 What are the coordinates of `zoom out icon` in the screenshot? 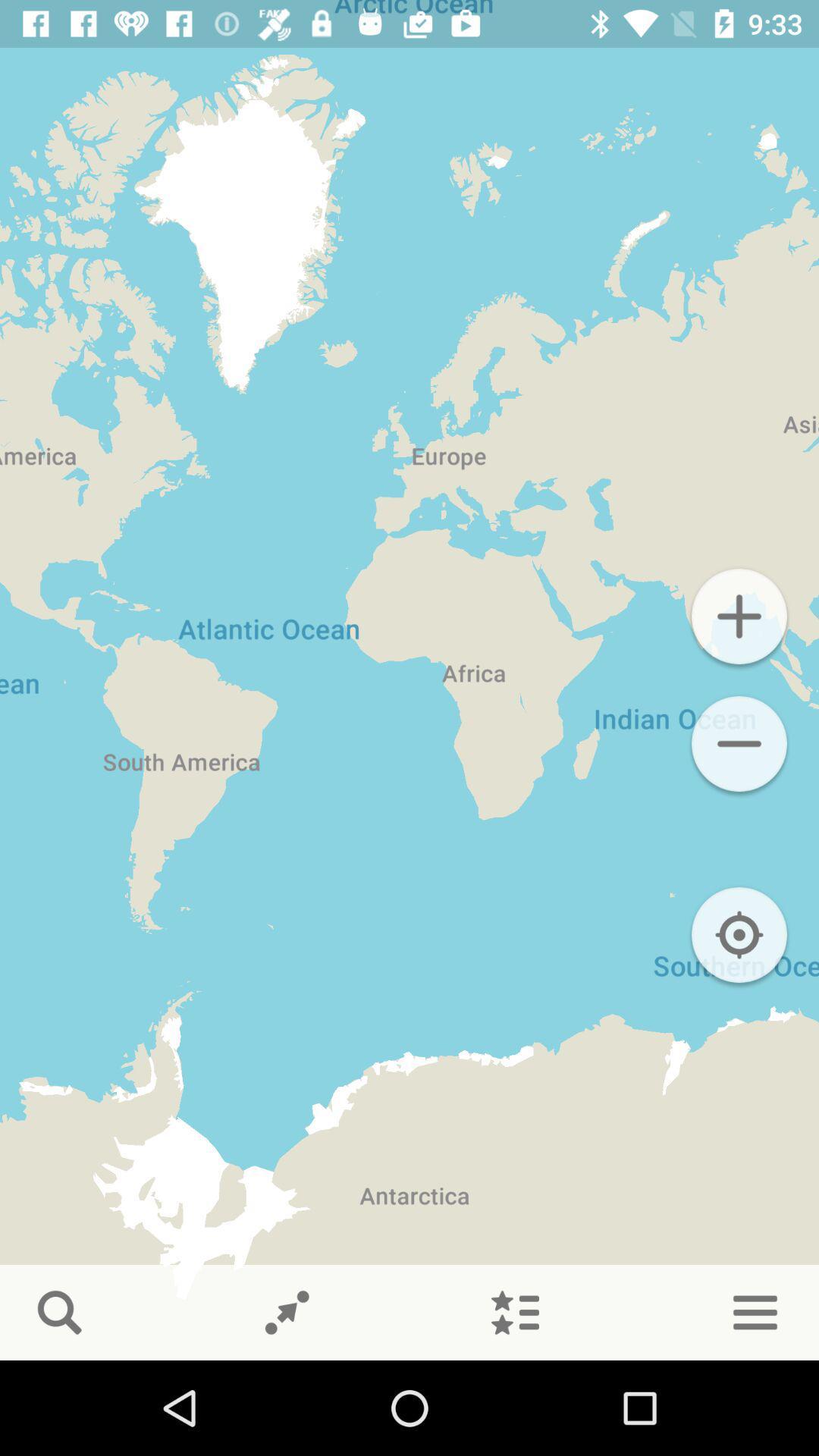 It's located at (739, 743).